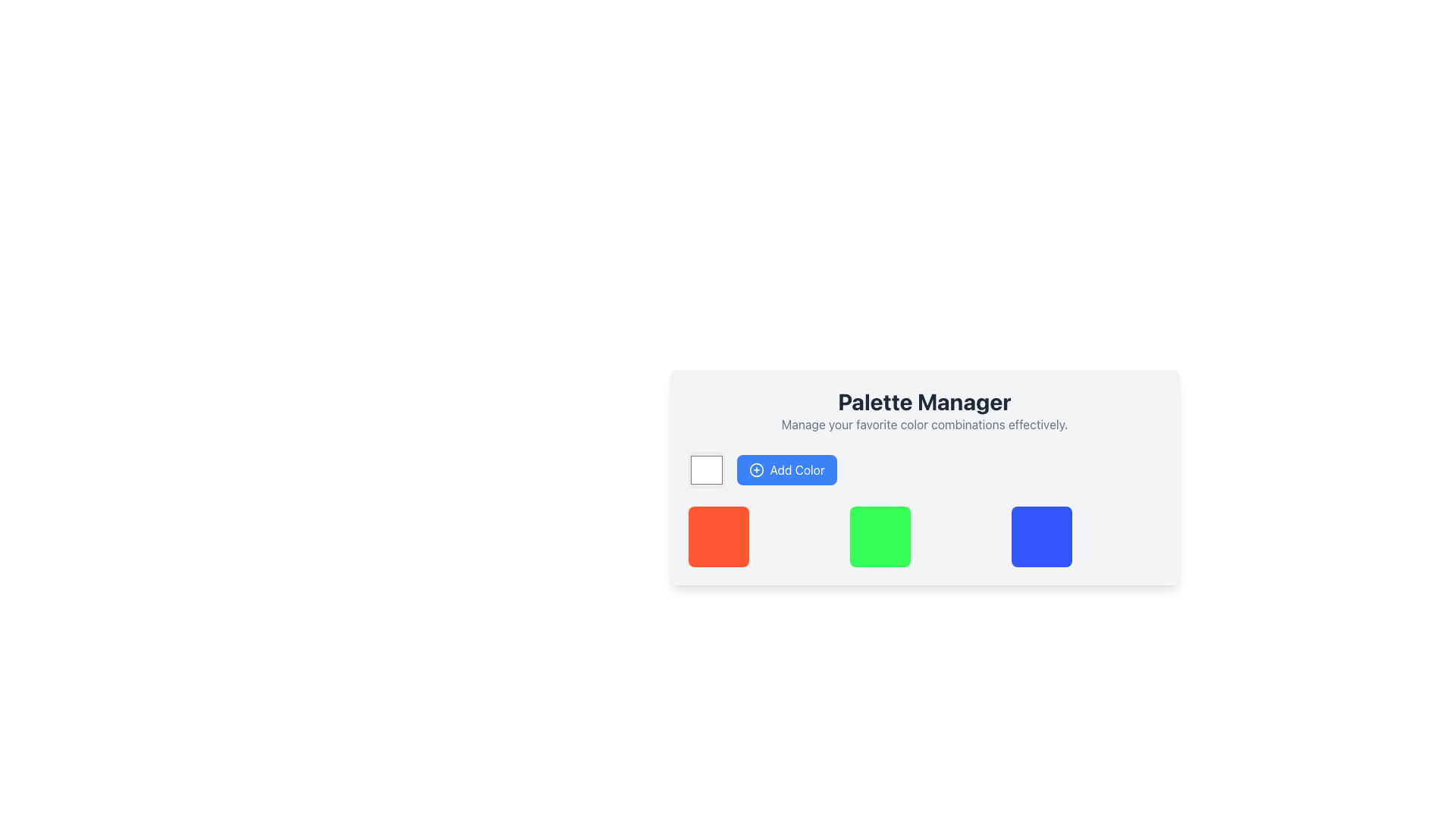  I want to click on the color addition button located to the right of the color selection box in the horizontal layout, so click(786, 469).